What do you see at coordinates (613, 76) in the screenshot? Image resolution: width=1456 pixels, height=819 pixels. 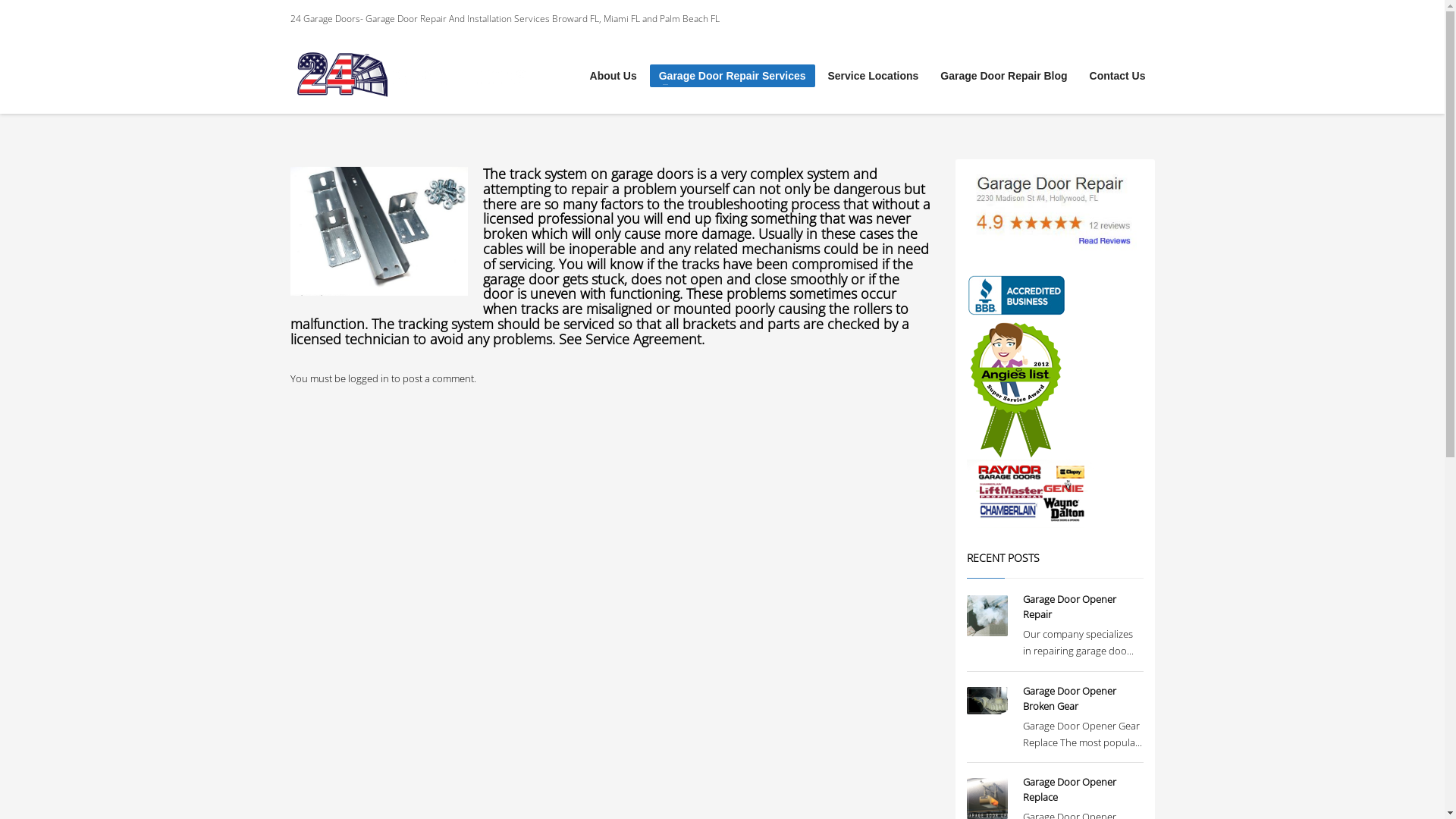 I see `'About Us'` at bounding box center [613, 76].